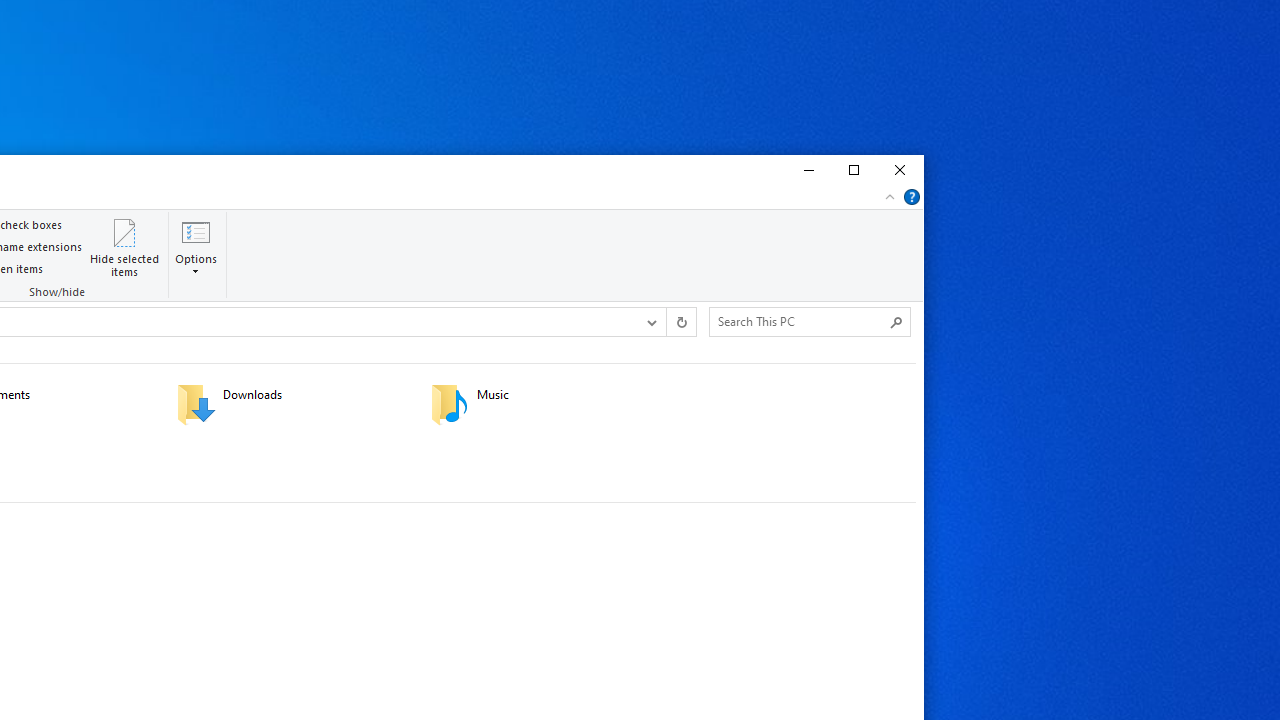 Image resolution: width=1280 pixels, height=720 pixels. I want to click on 'Hide selected items', so click(124, 245).